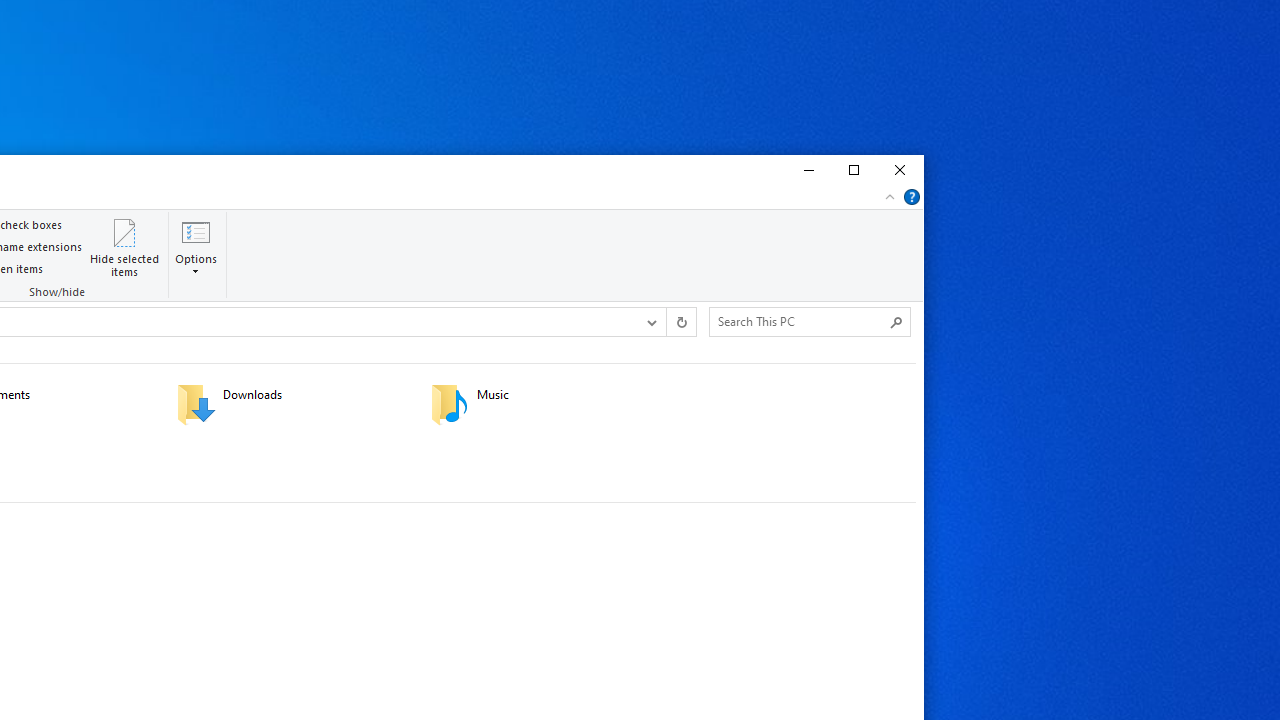 Image resolution: width=1280 pixels, height=720 pixels. I want to click on 'Hide selected items', so click(124, 245).